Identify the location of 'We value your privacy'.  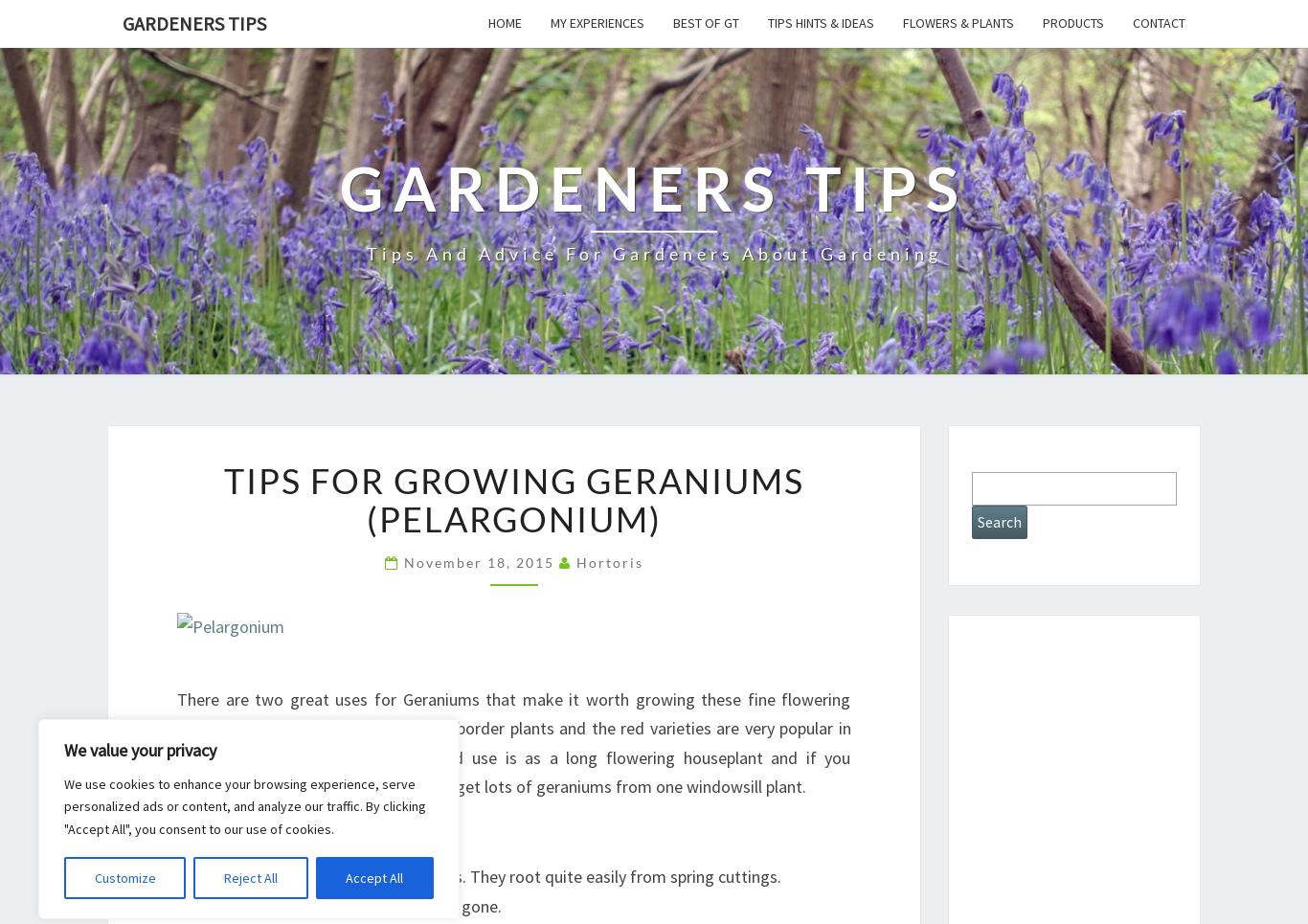
(63, 749).